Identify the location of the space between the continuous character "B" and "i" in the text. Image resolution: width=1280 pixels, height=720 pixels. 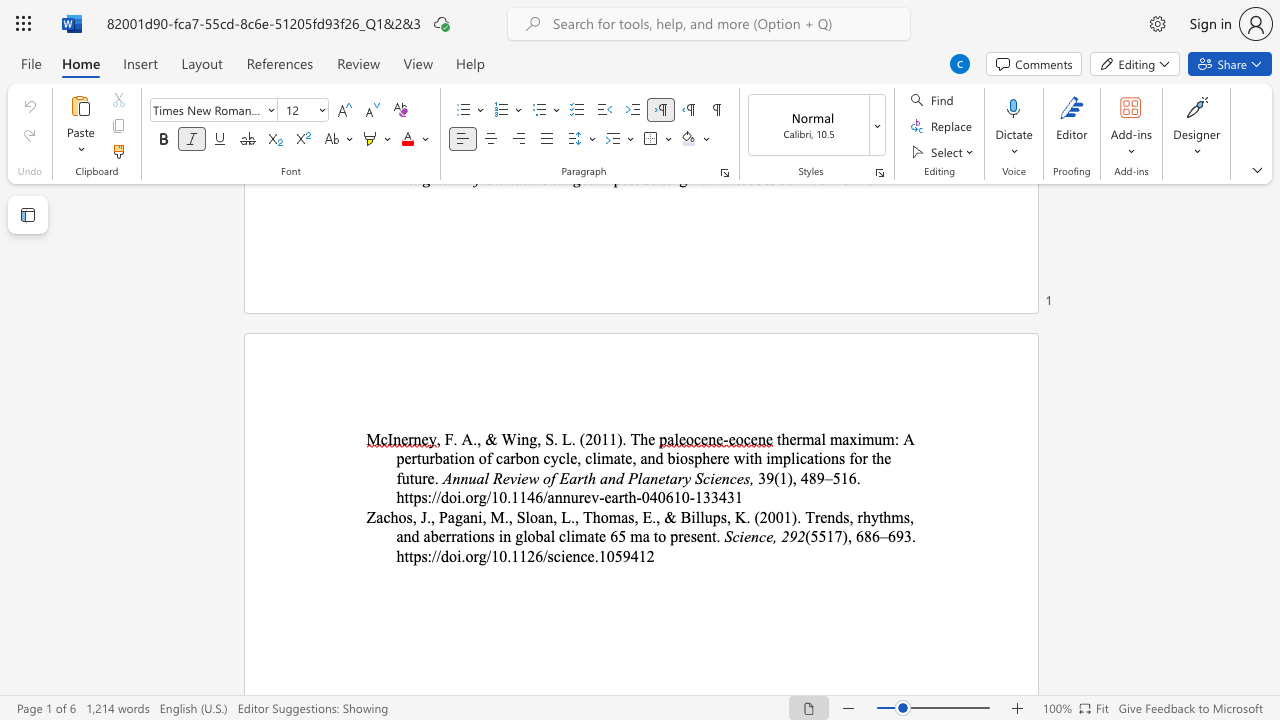
(689, 516).